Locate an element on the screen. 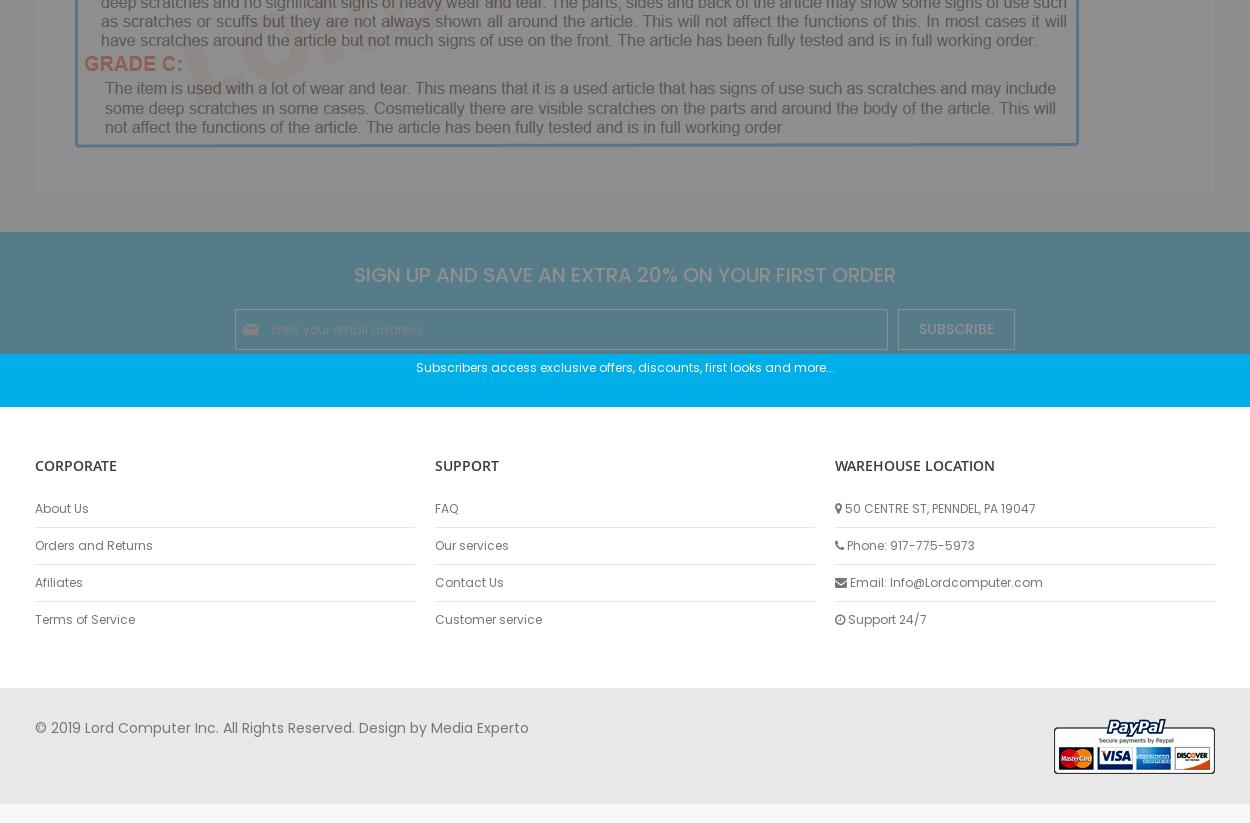  'Email: Info@Lordcomputer.com' is located at coordinates (848, 581).